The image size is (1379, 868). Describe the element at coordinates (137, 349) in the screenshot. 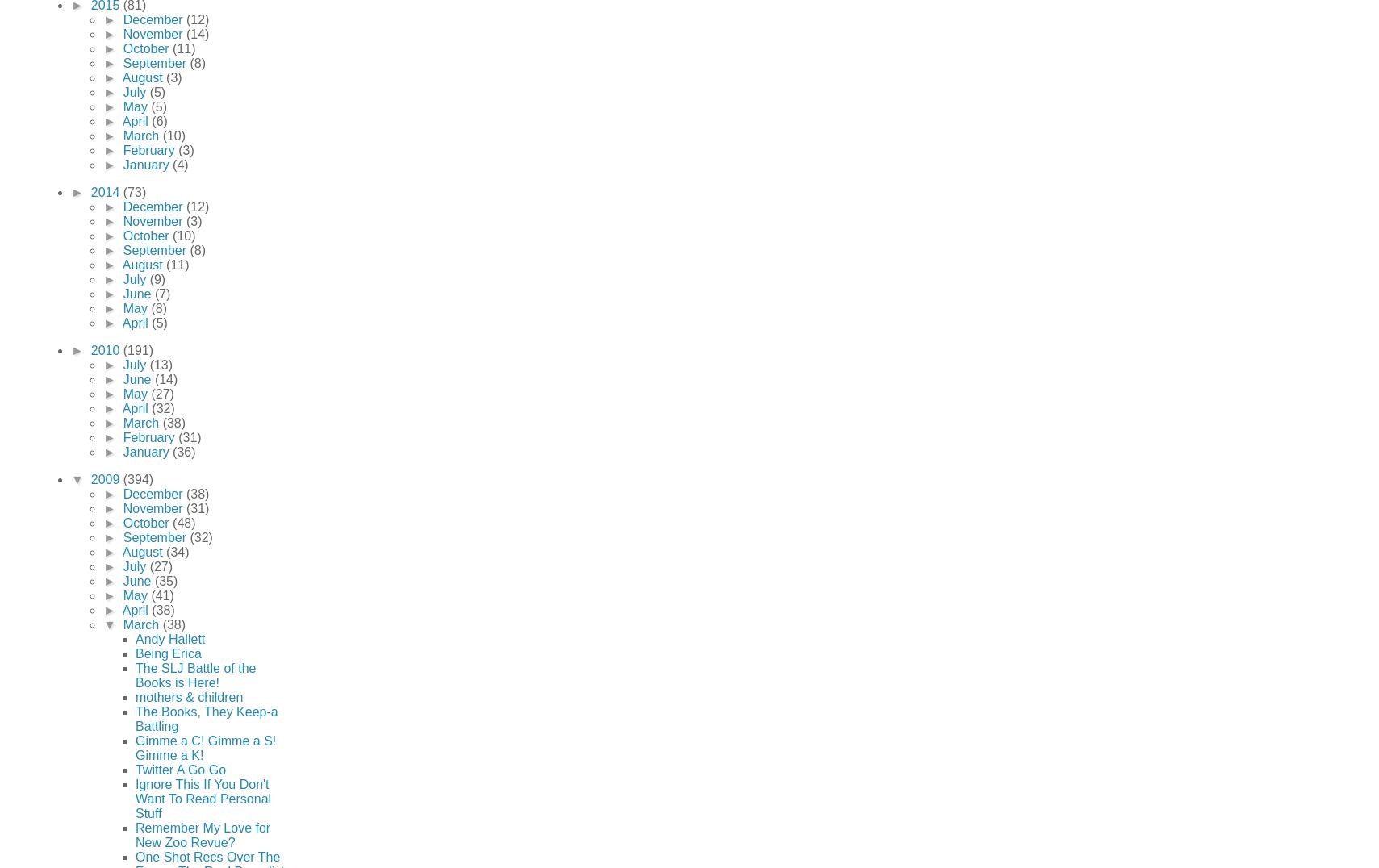

I see `'(191)'` at that location.